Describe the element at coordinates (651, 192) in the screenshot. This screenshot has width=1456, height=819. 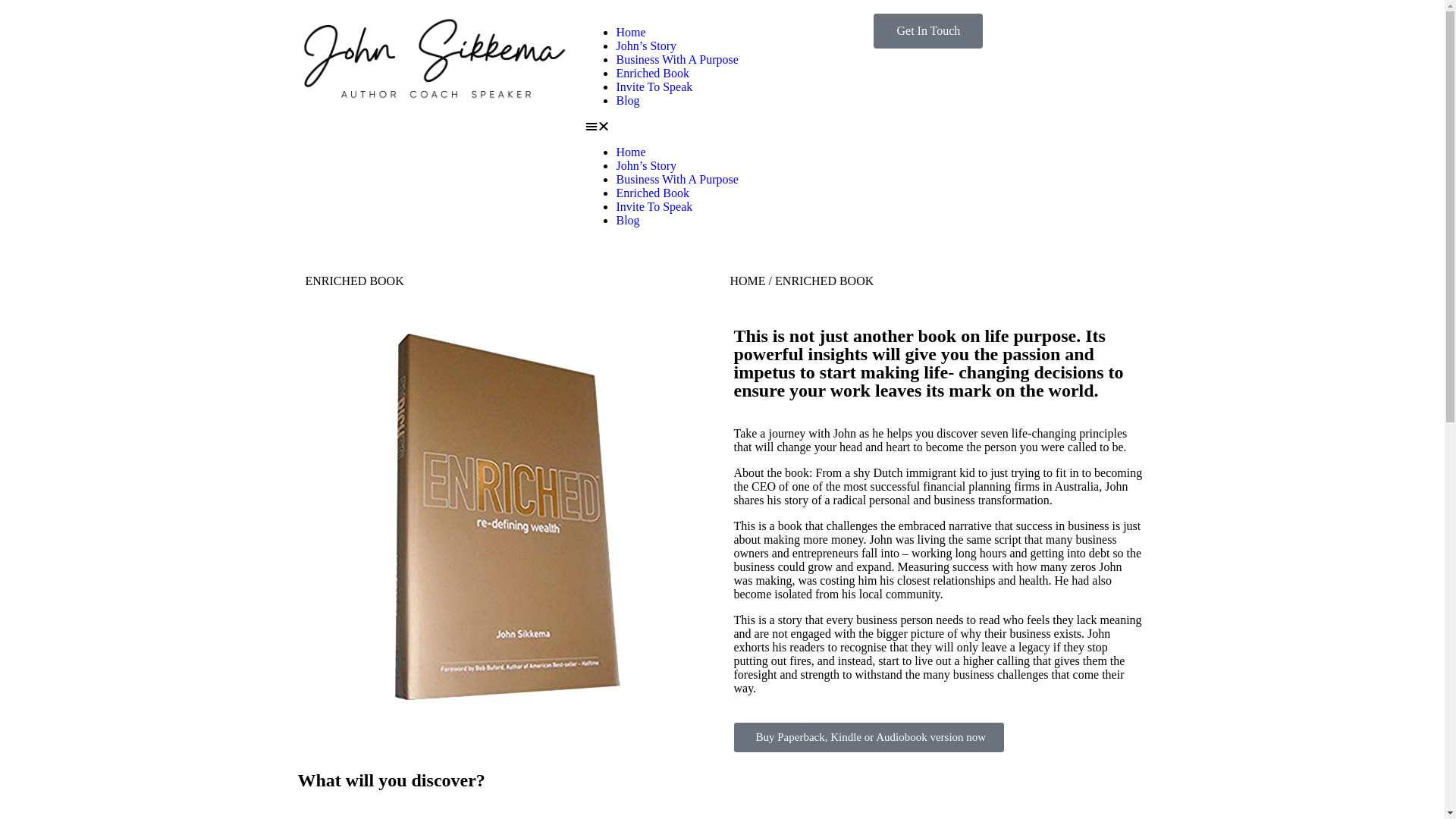
I see `'Enriched Book'` at that location.